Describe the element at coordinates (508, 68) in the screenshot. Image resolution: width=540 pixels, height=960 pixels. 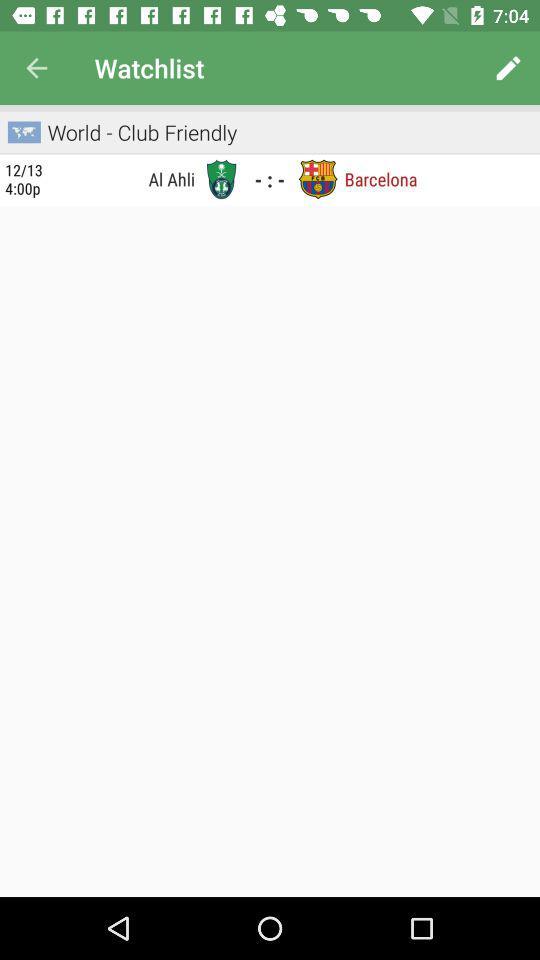
I see `item next to the watchlist icon` at that location.